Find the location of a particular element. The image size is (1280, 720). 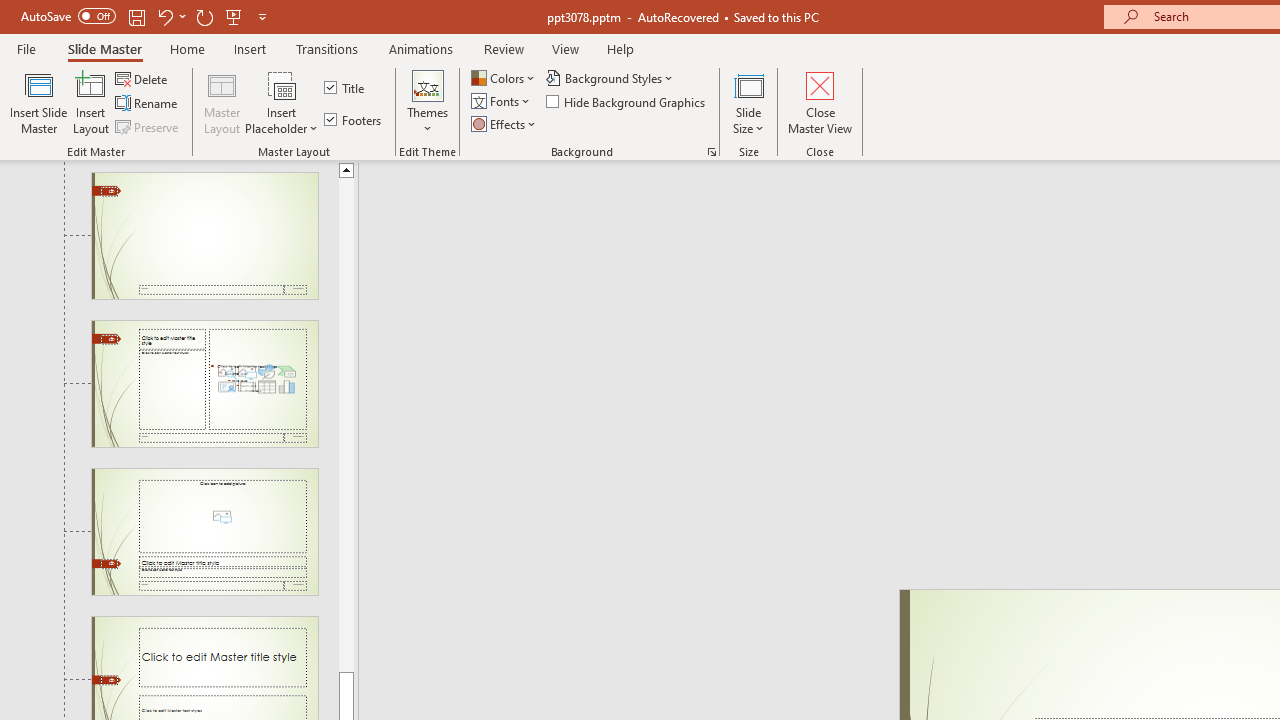

'Format Background...' is located at coordinates (711, 150).